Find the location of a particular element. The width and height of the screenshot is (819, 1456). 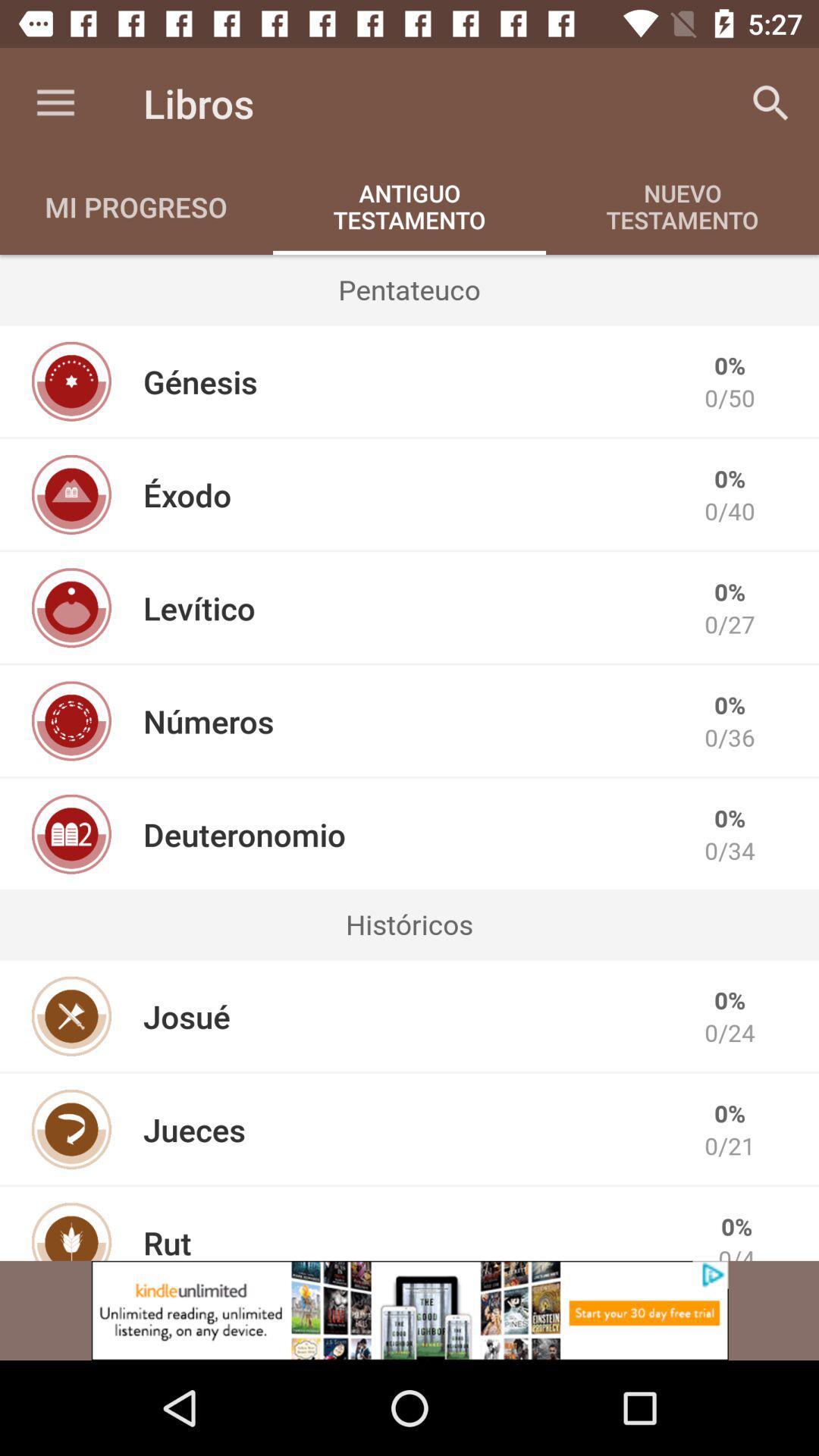

the item above the nuevo testamento item is located at coordinates (771, 102).